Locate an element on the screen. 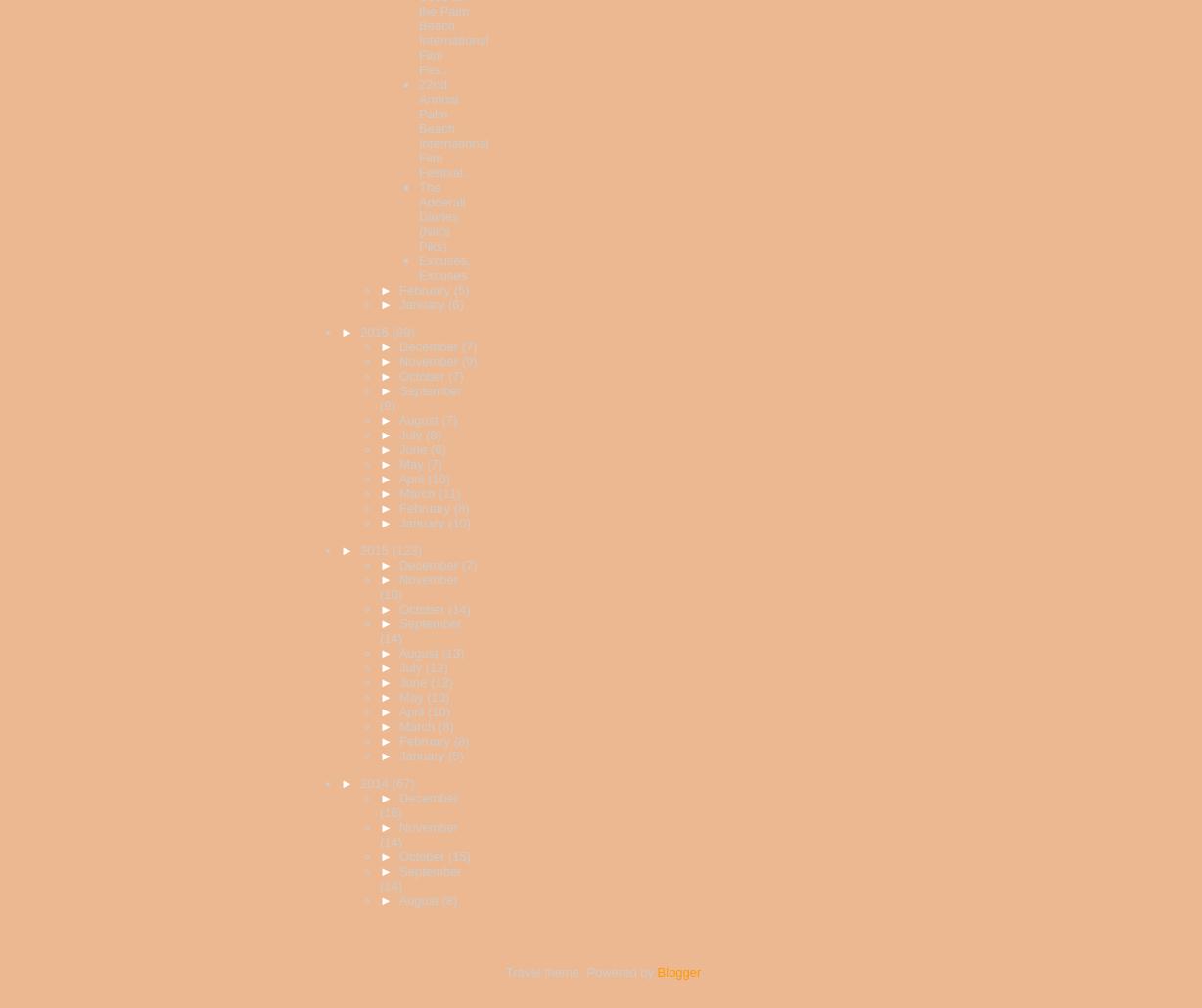  'Blogger' is located at coordinates (656, 971).